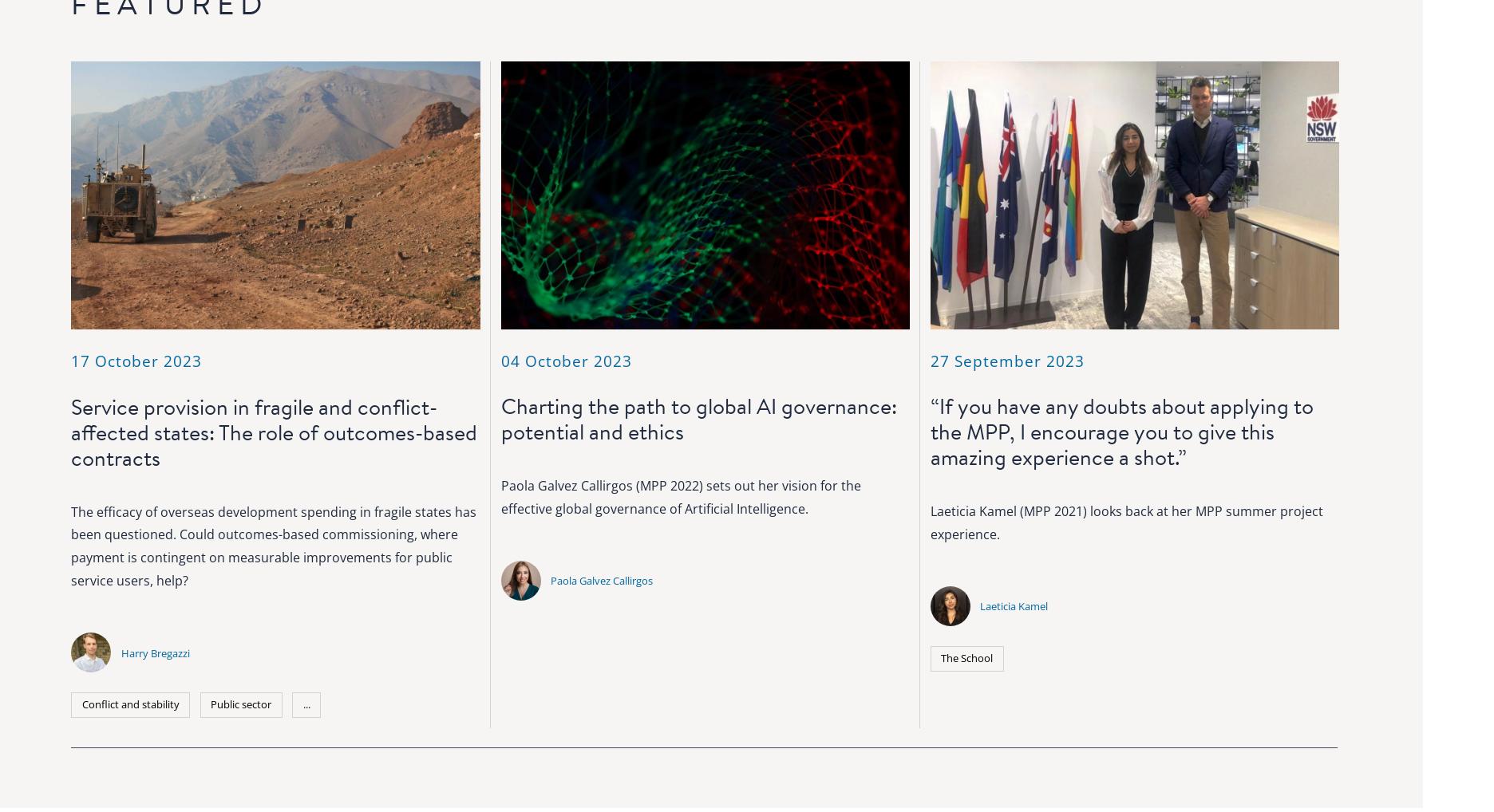  What do you see at coordinates (871, 585) in the screenshot?
I see `'Governance'` at bounding box center [871, 585].